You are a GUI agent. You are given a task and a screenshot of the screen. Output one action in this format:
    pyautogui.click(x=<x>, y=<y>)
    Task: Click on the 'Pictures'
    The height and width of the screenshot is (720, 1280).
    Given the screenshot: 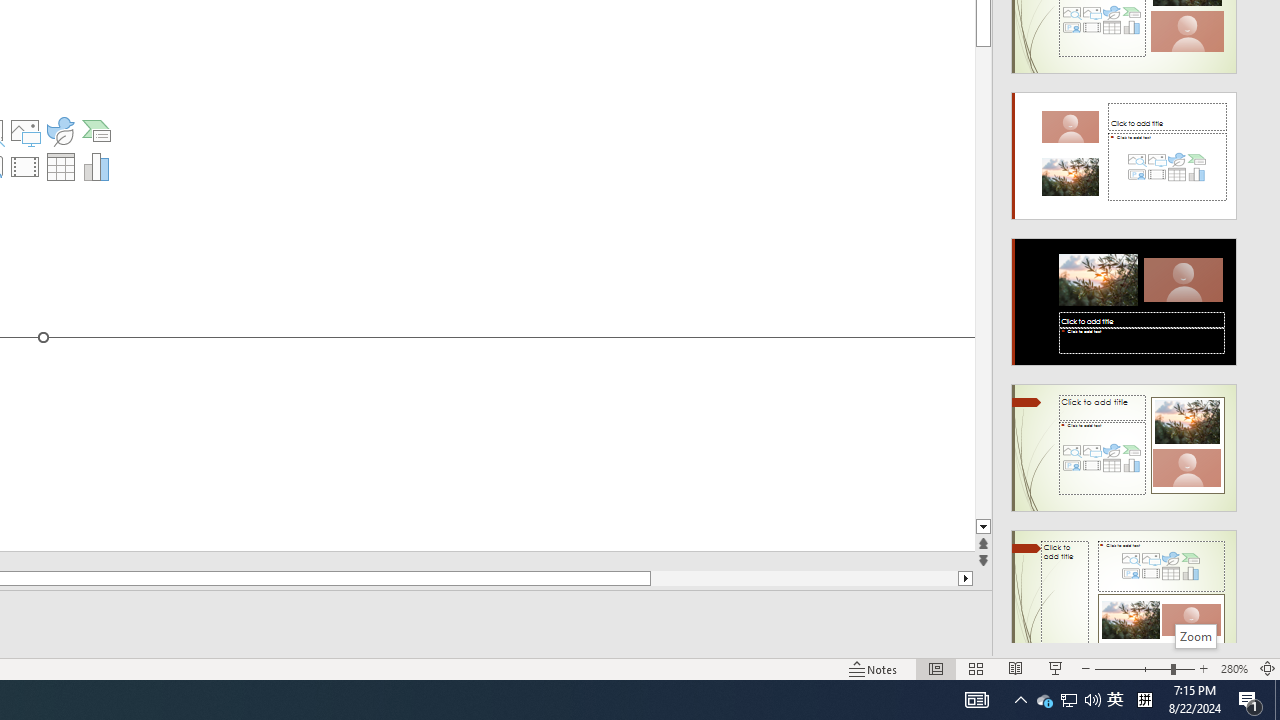 What is the action you would take?
    pyautogui.click(x=24, y=131)
    